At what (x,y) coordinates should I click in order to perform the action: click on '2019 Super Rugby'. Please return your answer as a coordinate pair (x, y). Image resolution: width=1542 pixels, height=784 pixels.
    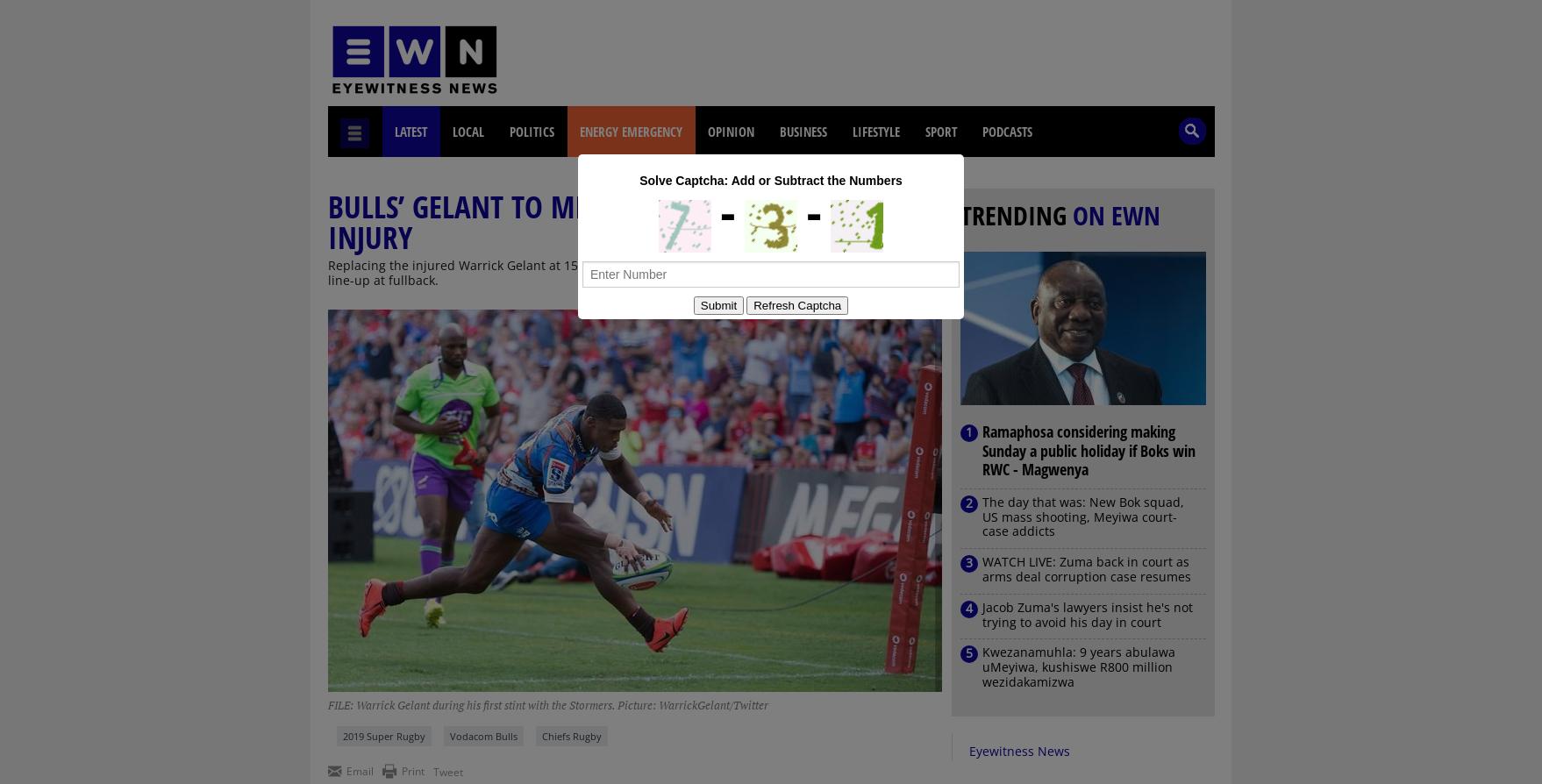
    Looking at the image, I should click on (383, 735).